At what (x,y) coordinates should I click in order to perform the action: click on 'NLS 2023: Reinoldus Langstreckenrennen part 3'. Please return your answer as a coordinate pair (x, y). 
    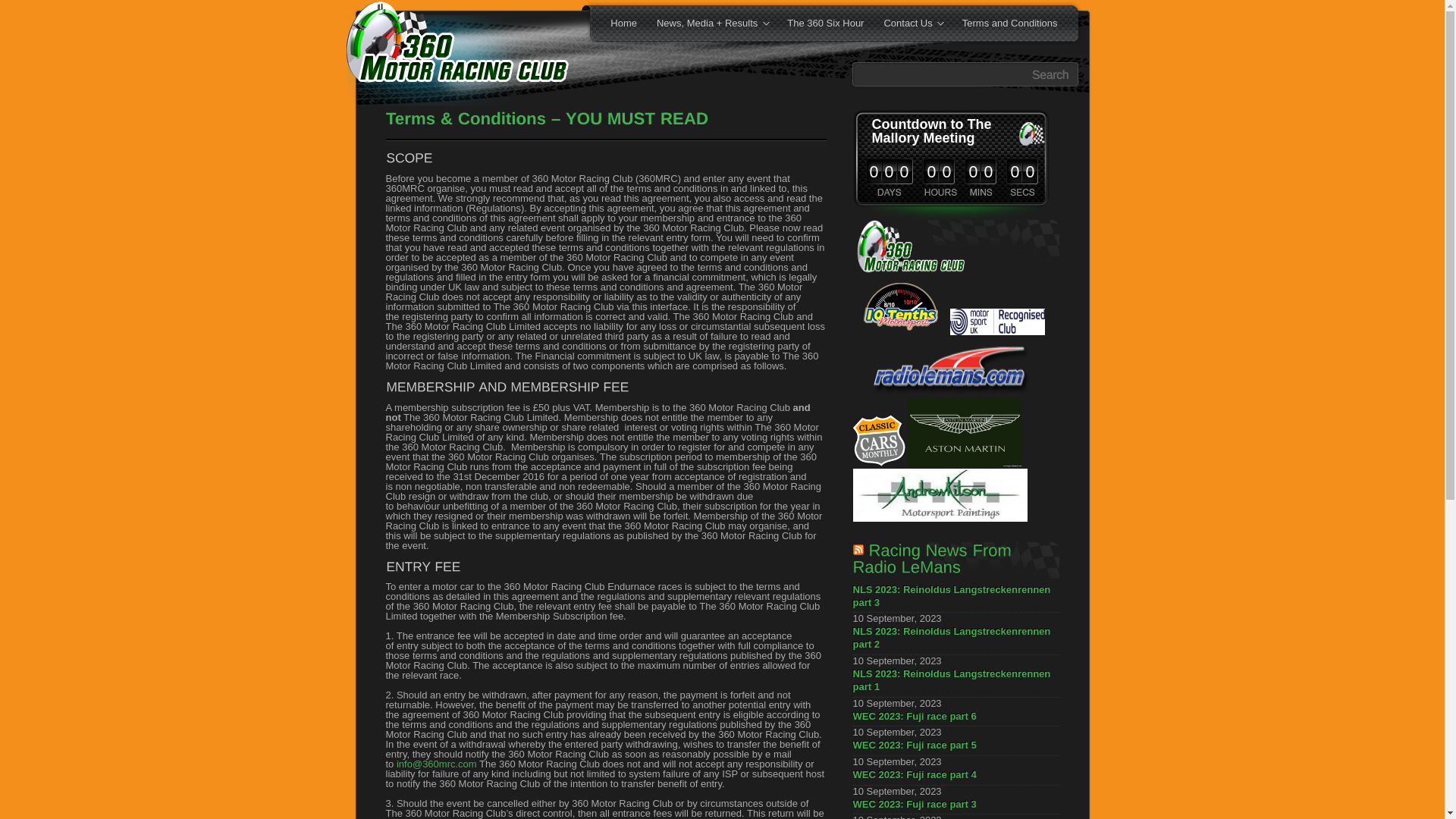
    Looking at the image, I should click on (954, 598).